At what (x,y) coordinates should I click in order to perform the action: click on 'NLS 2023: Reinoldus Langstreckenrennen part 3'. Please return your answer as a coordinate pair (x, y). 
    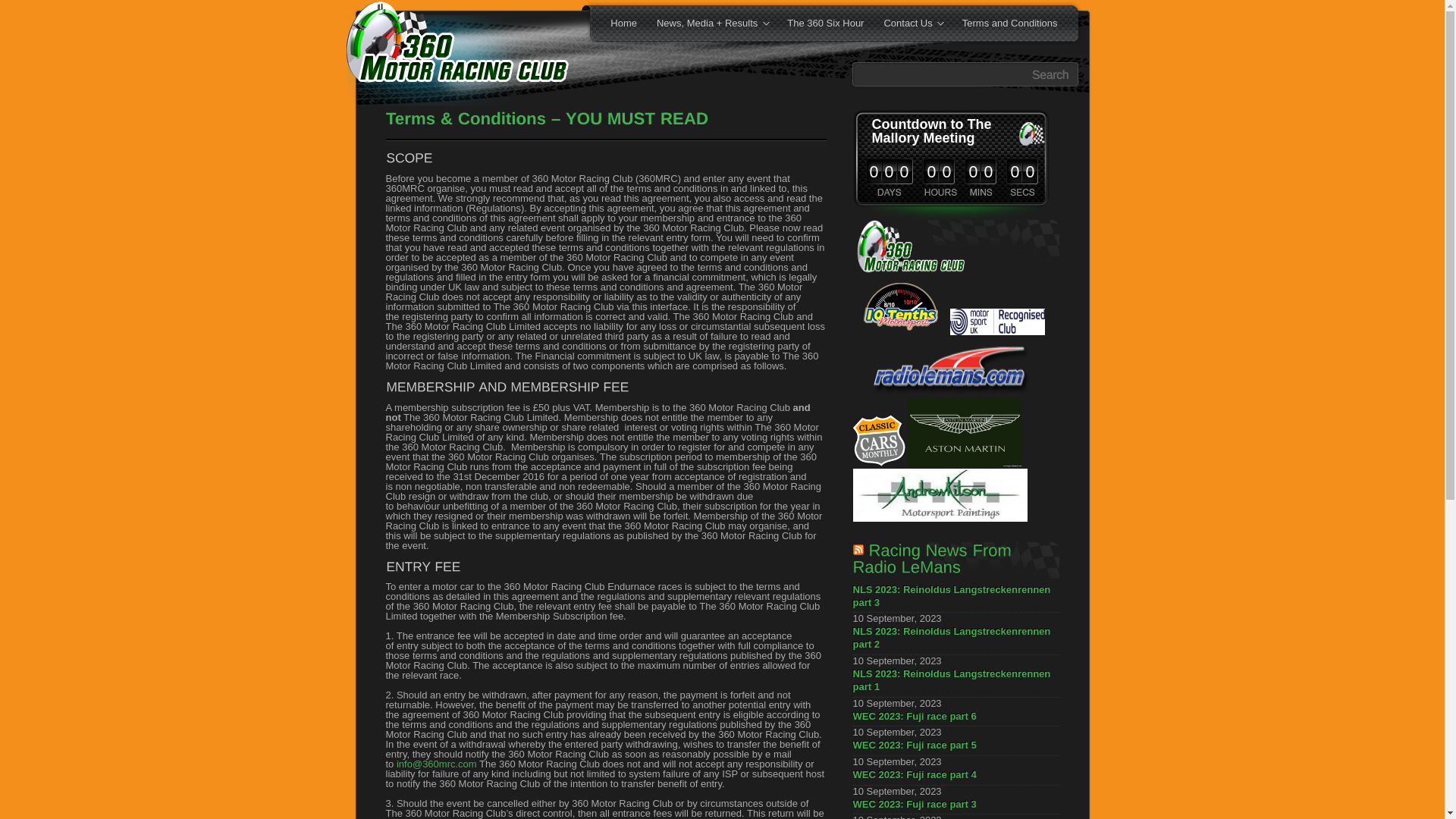
    Looking at the image, I should click on (954, 598).